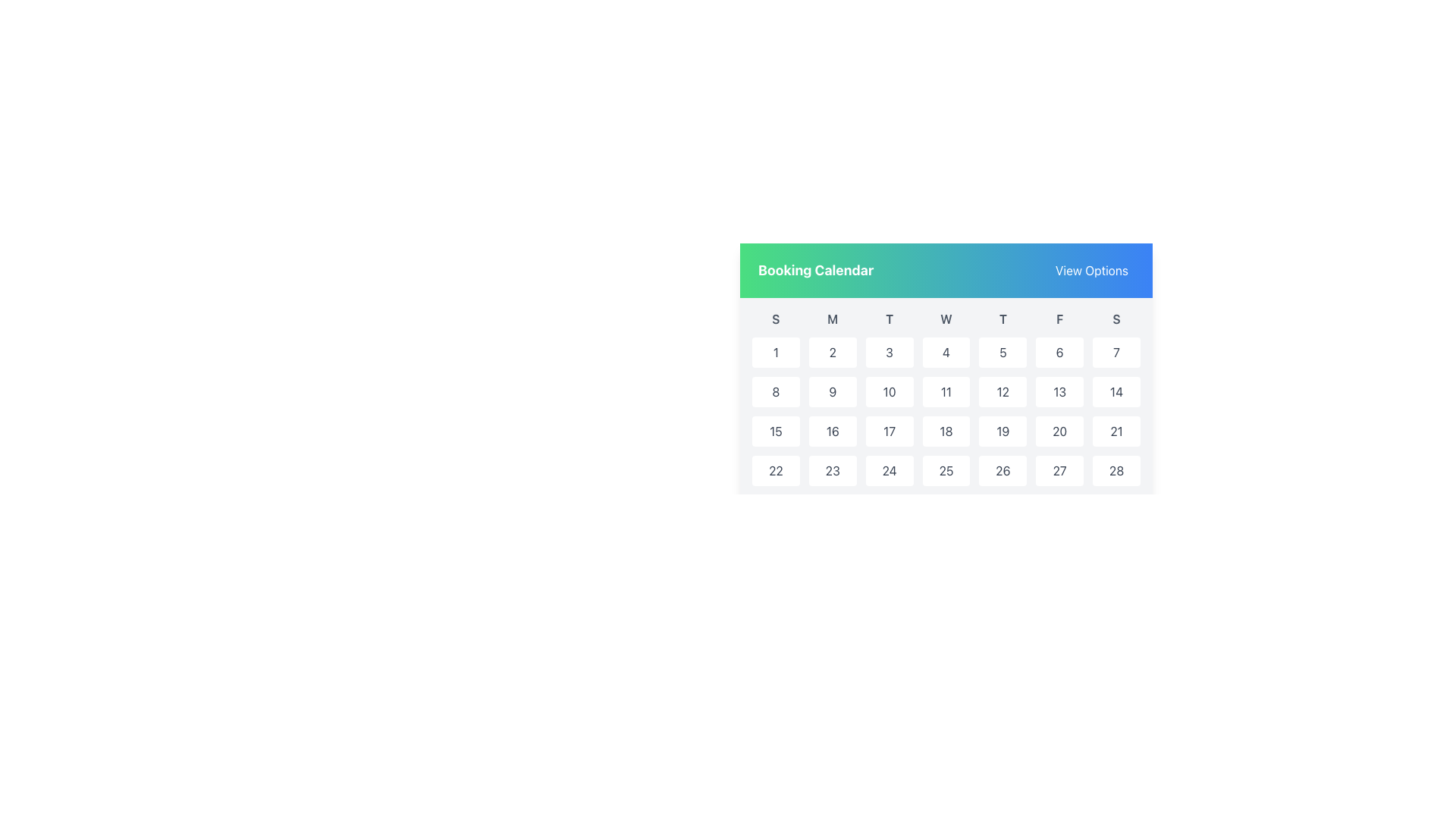 The width and height of the screenshot is (1456, 819). What do you see at coordinates (890, 431) in the screenshot?
I see `on the calendar date label for the 17th in the calendar grid` at bounding box center [890, 431].